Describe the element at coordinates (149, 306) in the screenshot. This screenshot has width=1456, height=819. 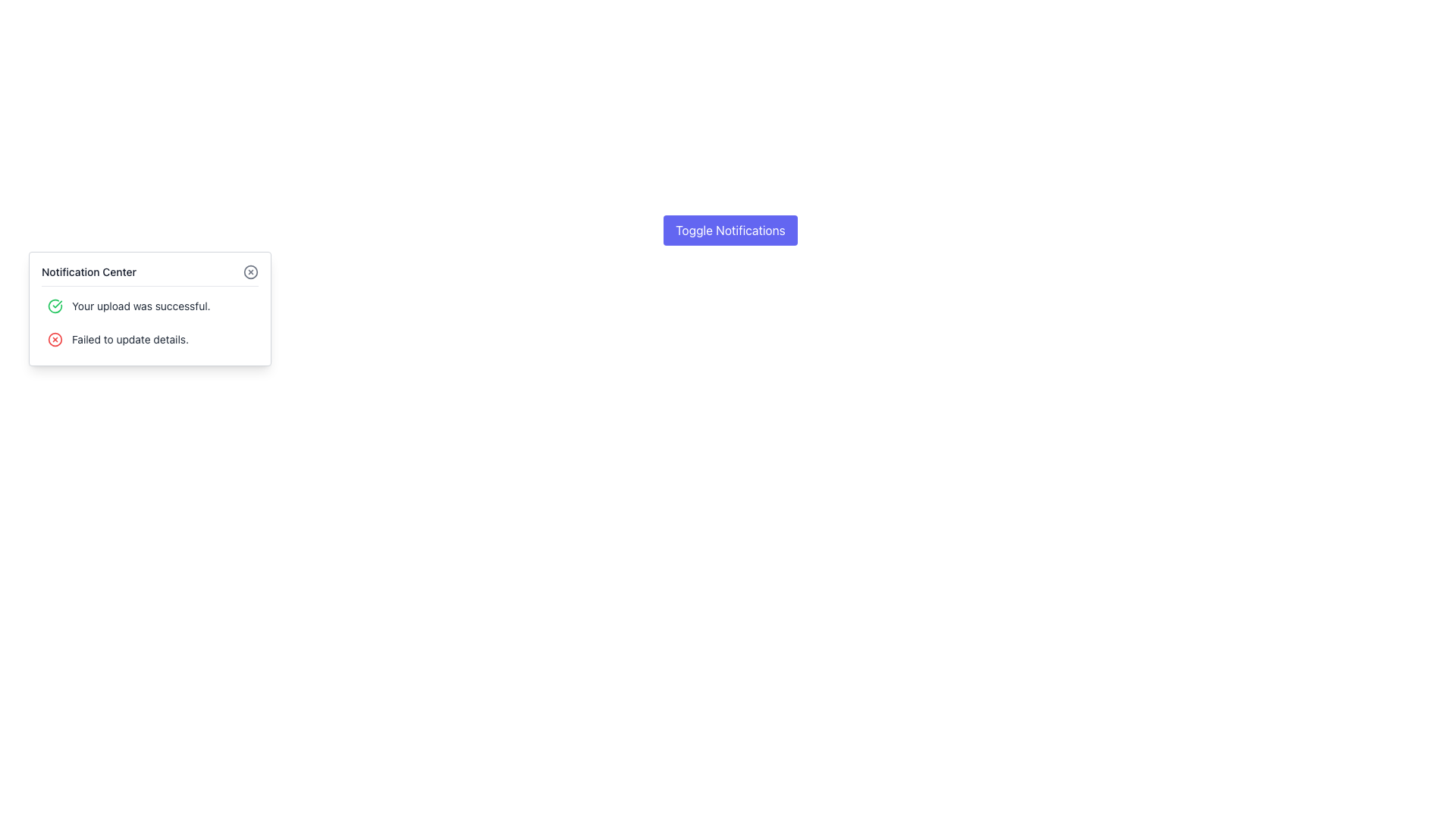
I see `the Notification Item indicating a successful upload operation, which is the first item in the vertical list of notifications in the notification center` at that location.